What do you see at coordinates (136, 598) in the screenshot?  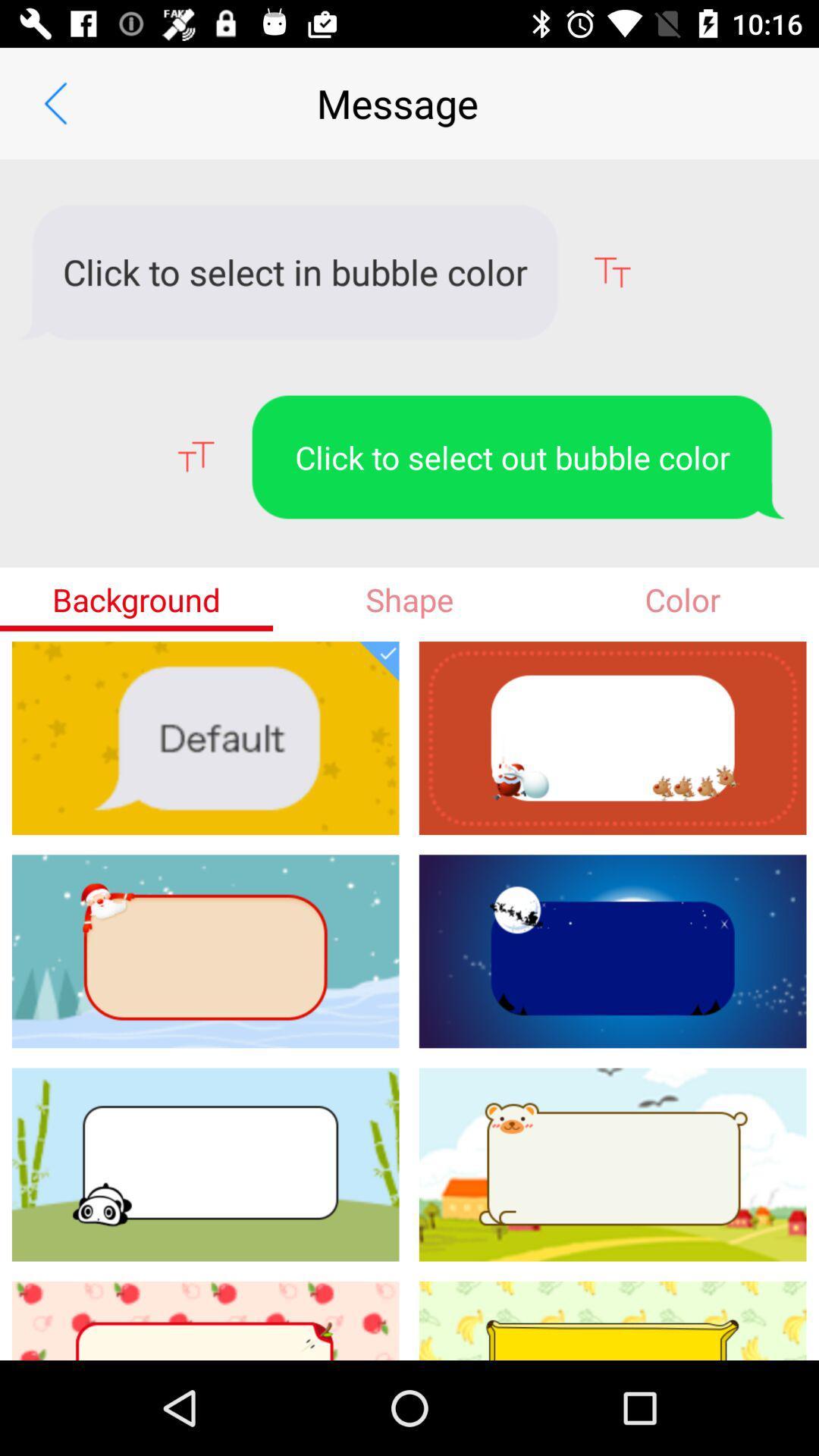 I see `the background icon` at bounding box center [136, 598].